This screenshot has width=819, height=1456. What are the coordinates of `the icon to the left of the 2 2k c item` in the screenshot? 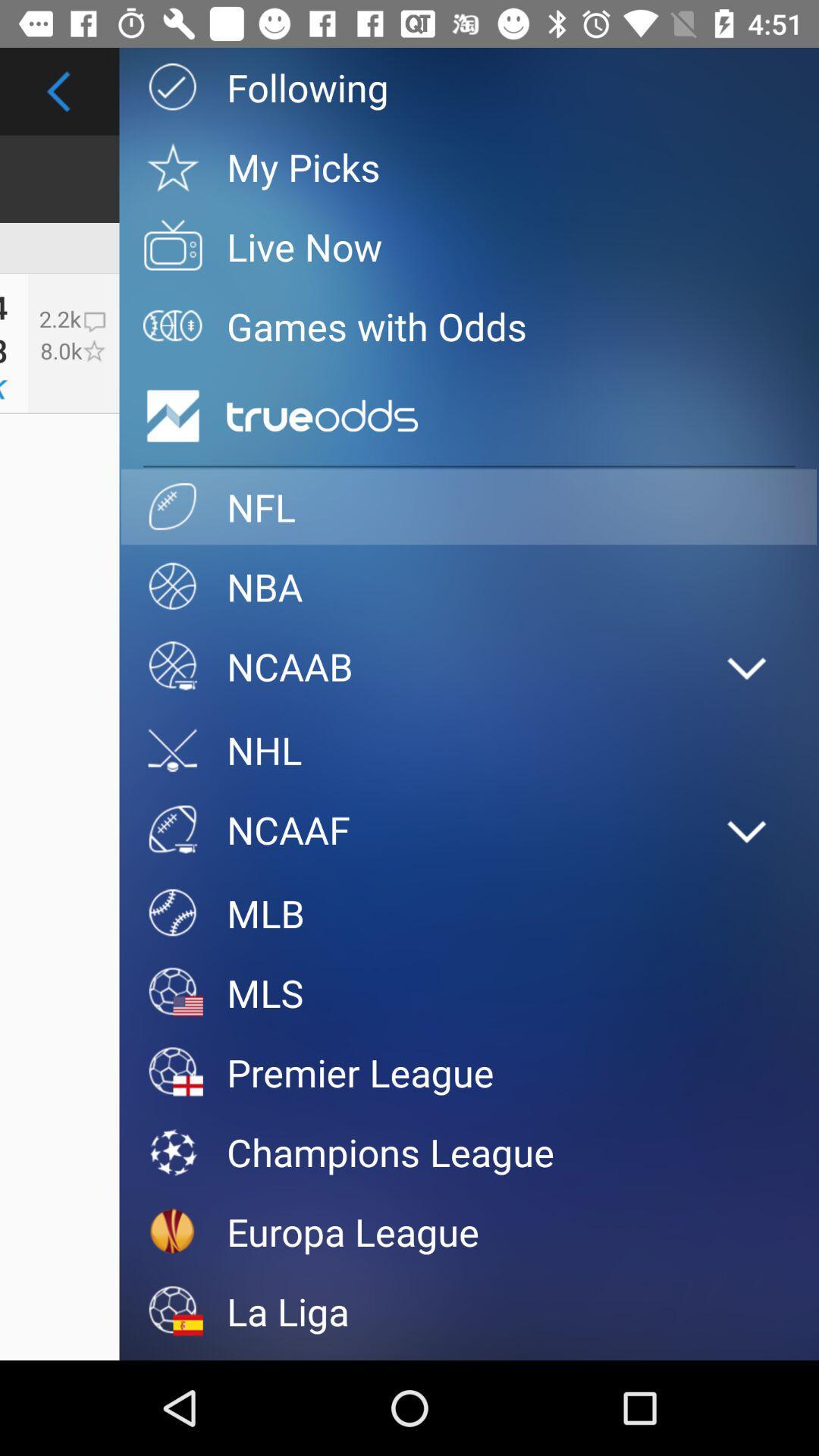 It's located at (4, 349).